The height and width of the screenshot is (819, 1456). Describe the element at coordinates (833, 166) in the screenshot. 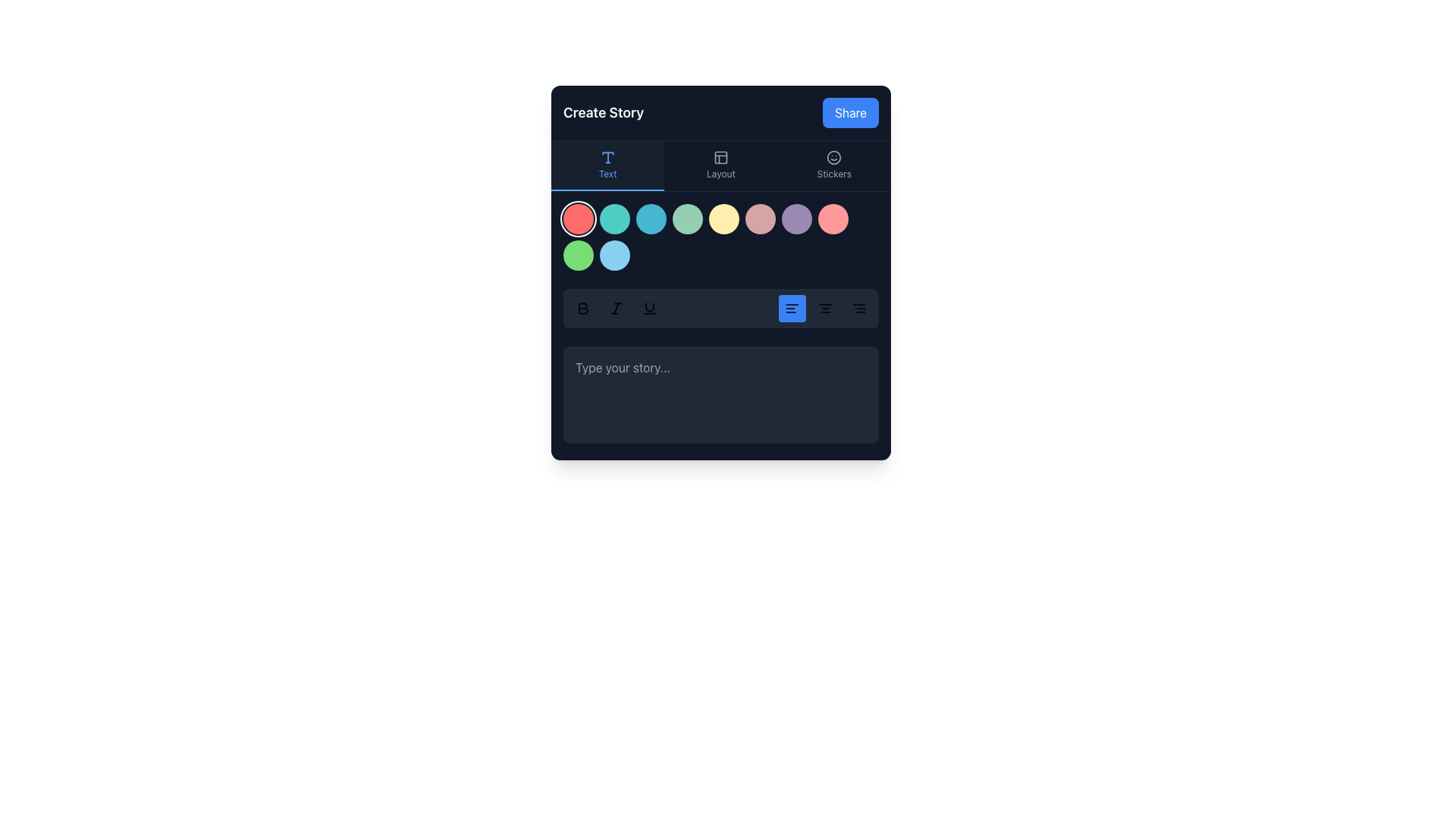

I see `the 'Stickers' button, which is a rectangular button with the text 'Stickers' and a smiling face icon, located at the rightmost position among three buttons in the top section of the interface` at that location.